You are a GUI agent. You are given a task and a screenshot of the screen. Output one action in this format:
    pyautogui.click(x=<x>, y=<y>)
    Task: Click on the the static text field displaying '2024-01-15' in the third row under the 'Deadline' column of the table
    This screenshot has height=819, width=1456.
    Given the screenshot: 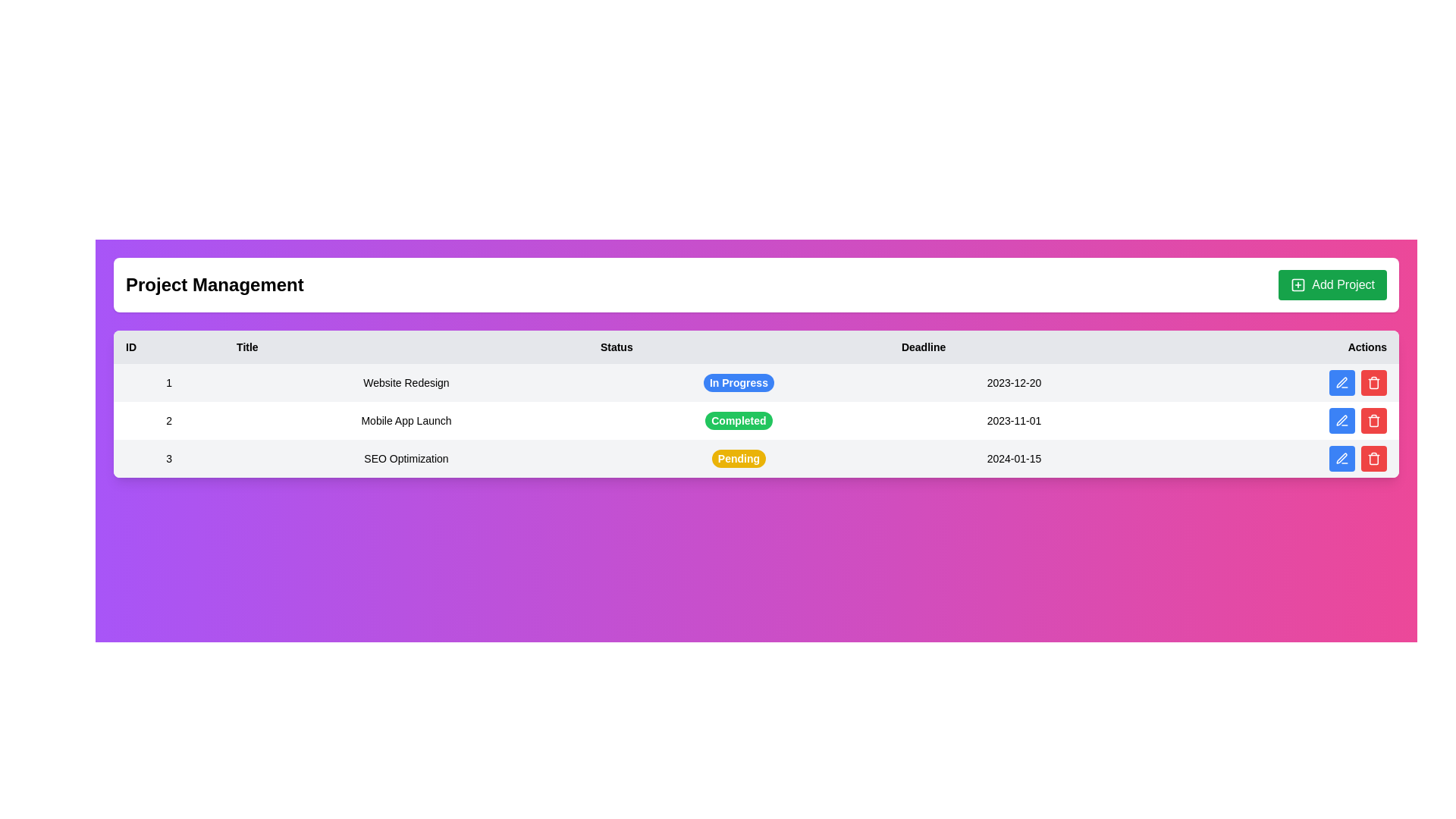 What is the action you would take?
    pyautogui.click(x=1014, y=458)
    